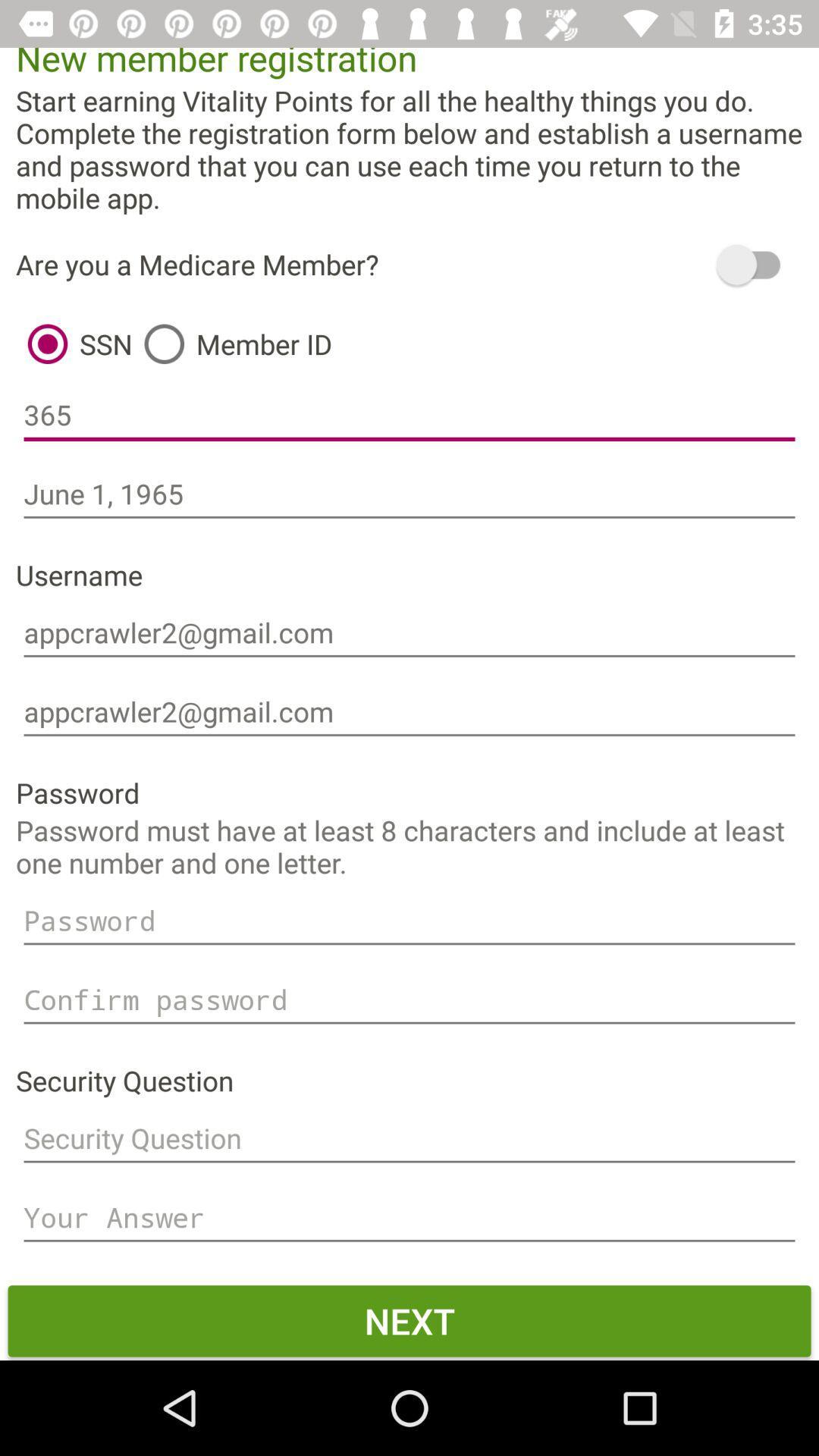 The width and height of the screenshot is (819, 1456). What do you see at coordinates (409, 920) in the screenshot?
I see `password` at bounding box center [409, 920].